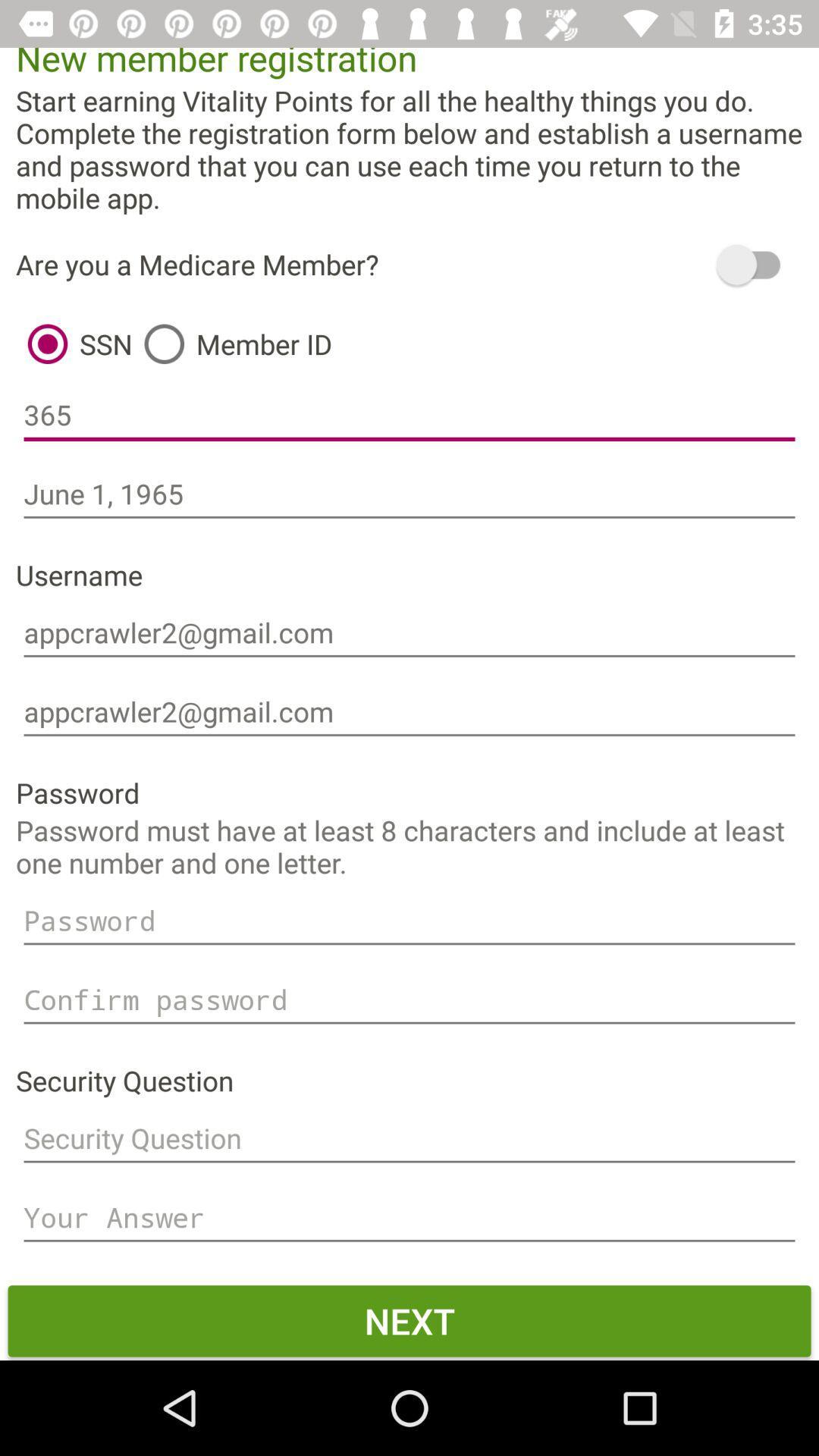 The width and height of the screenshot is (819, 1456). What do you see at coordinates (409, 920) in the screenshot?
I see `password` at bounding box center [409, 920].